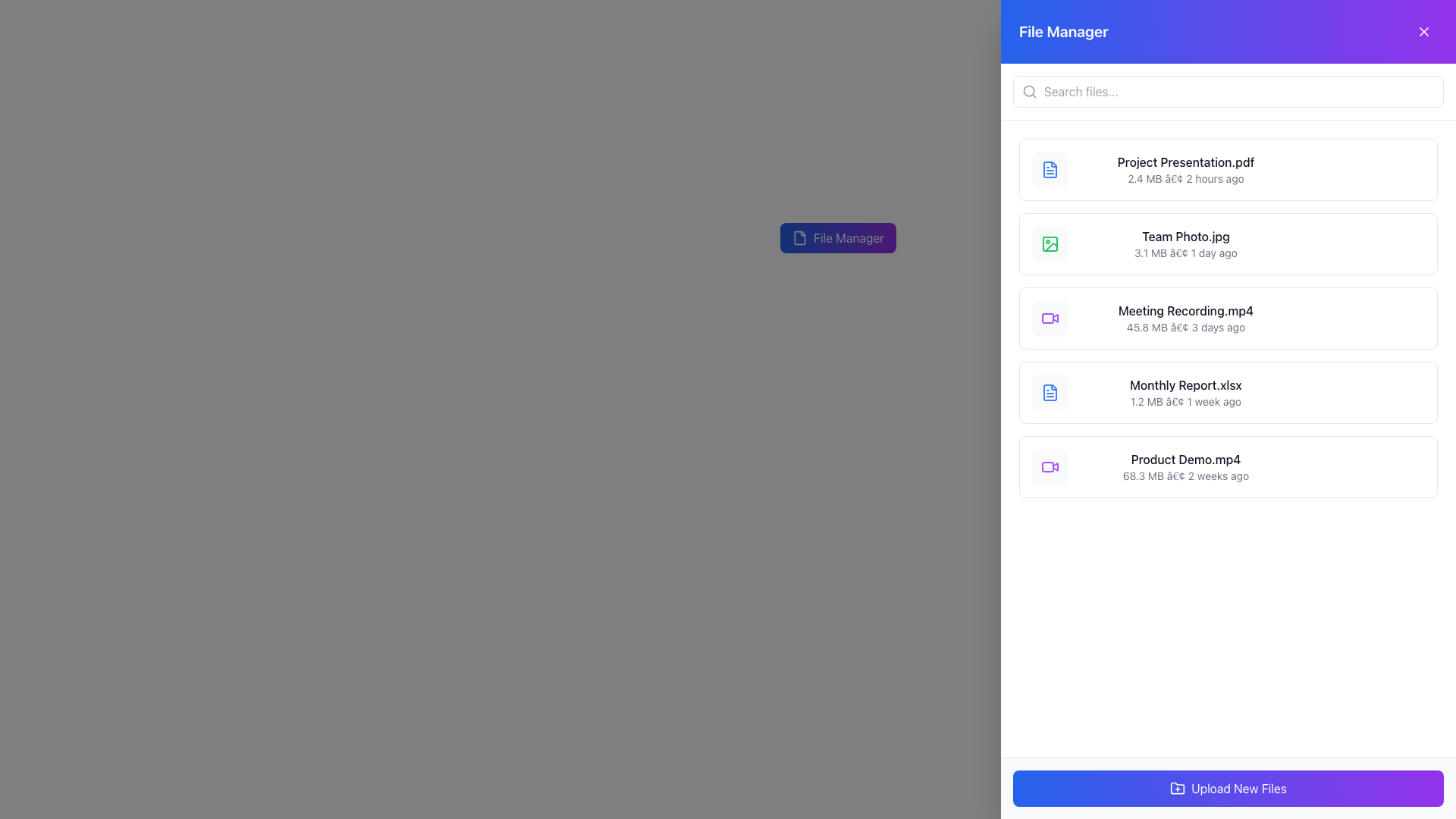 Image resolution: width=1456 pixels, height=819 pixels. What do you see at coordinates (1185, 309) in the screenshot?
I see `the static text label displaying the file name 'Meeting Recording.mp4', which is the third element in the vertically stacked list in the file management interface` at bounding box center [1185, 309].